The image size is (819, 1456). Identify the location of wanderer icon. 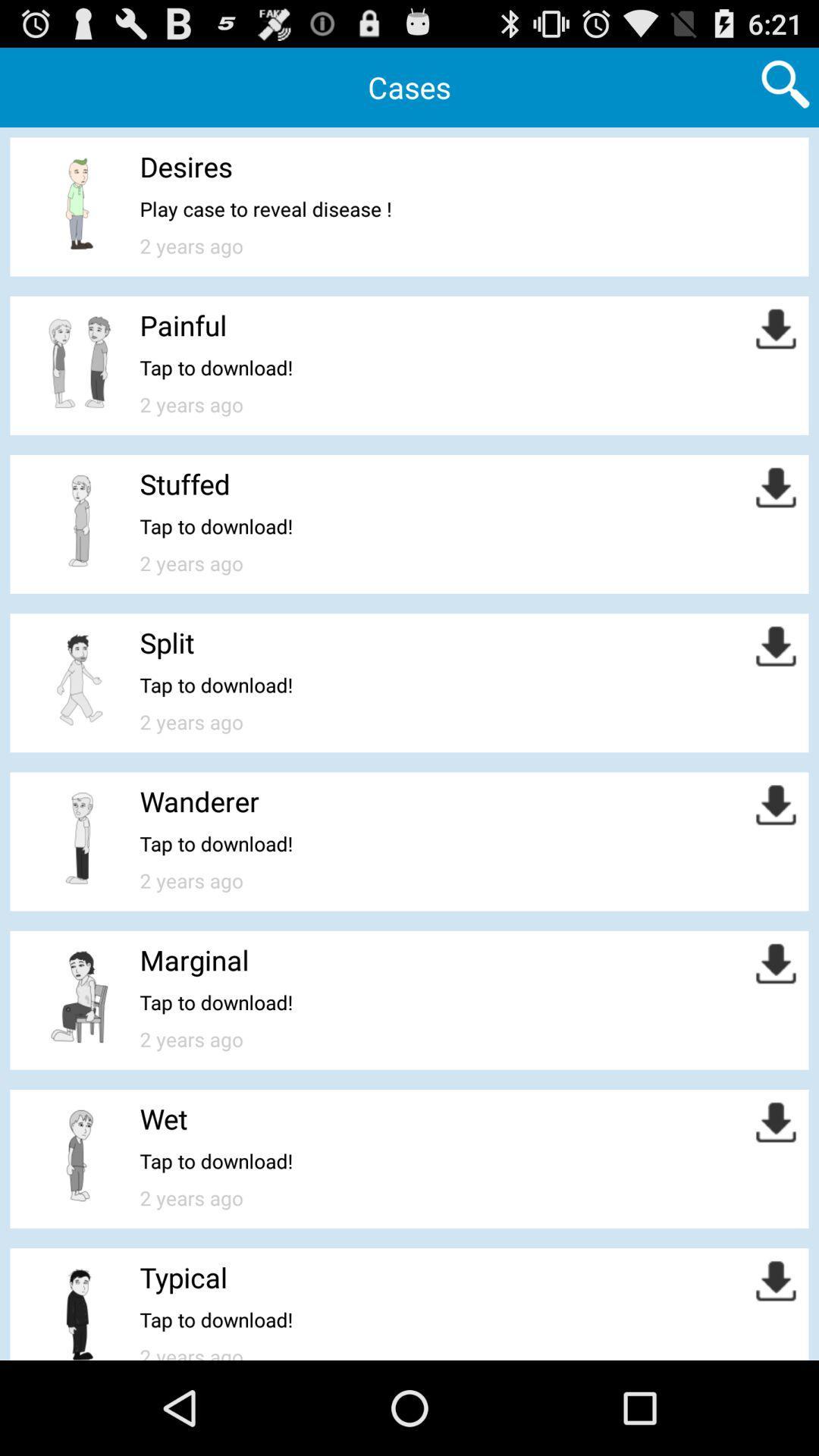
(199, 800).